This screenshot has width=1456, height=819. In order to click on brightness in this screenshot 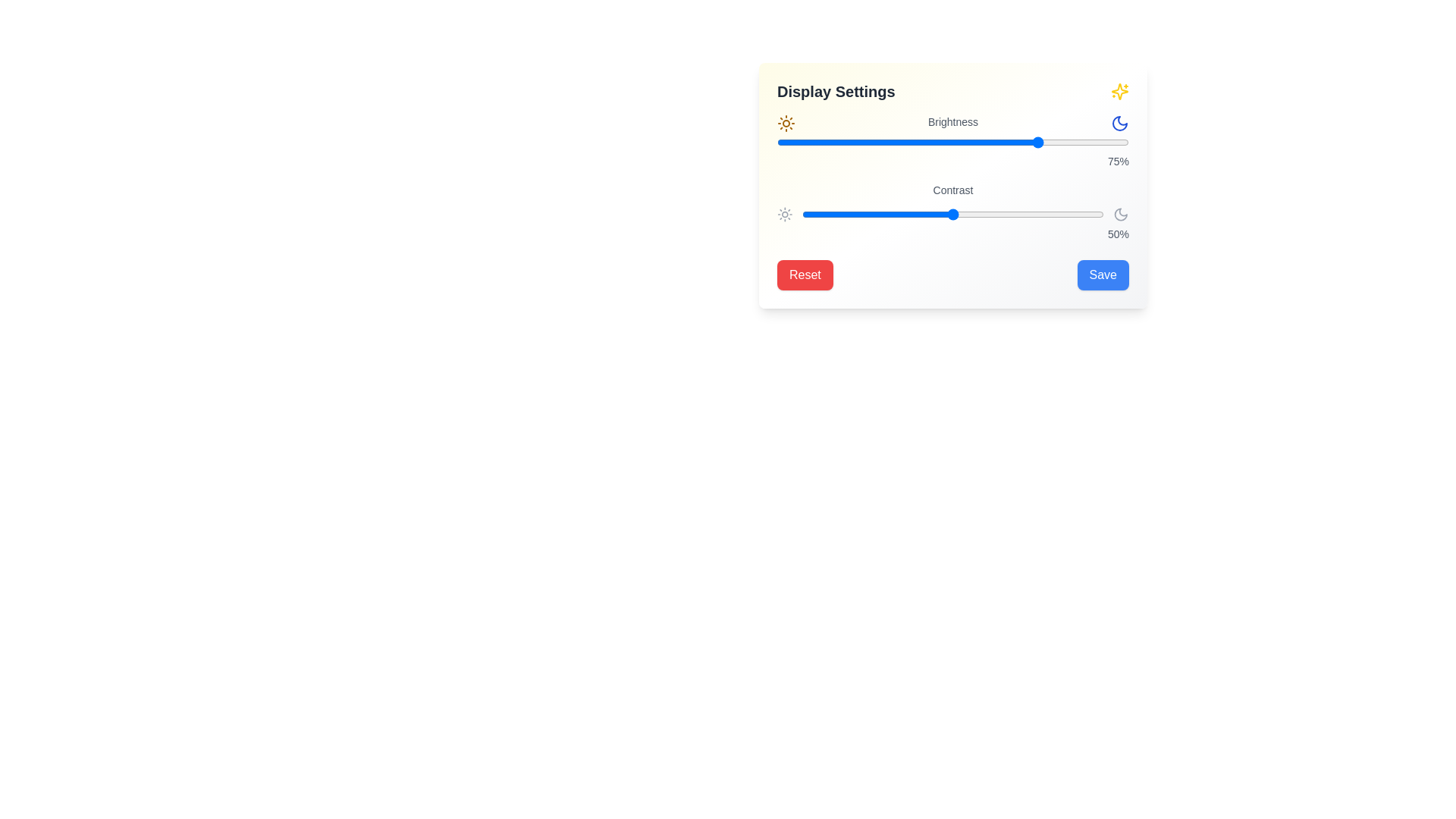, I will do `click(1065, 143)`.